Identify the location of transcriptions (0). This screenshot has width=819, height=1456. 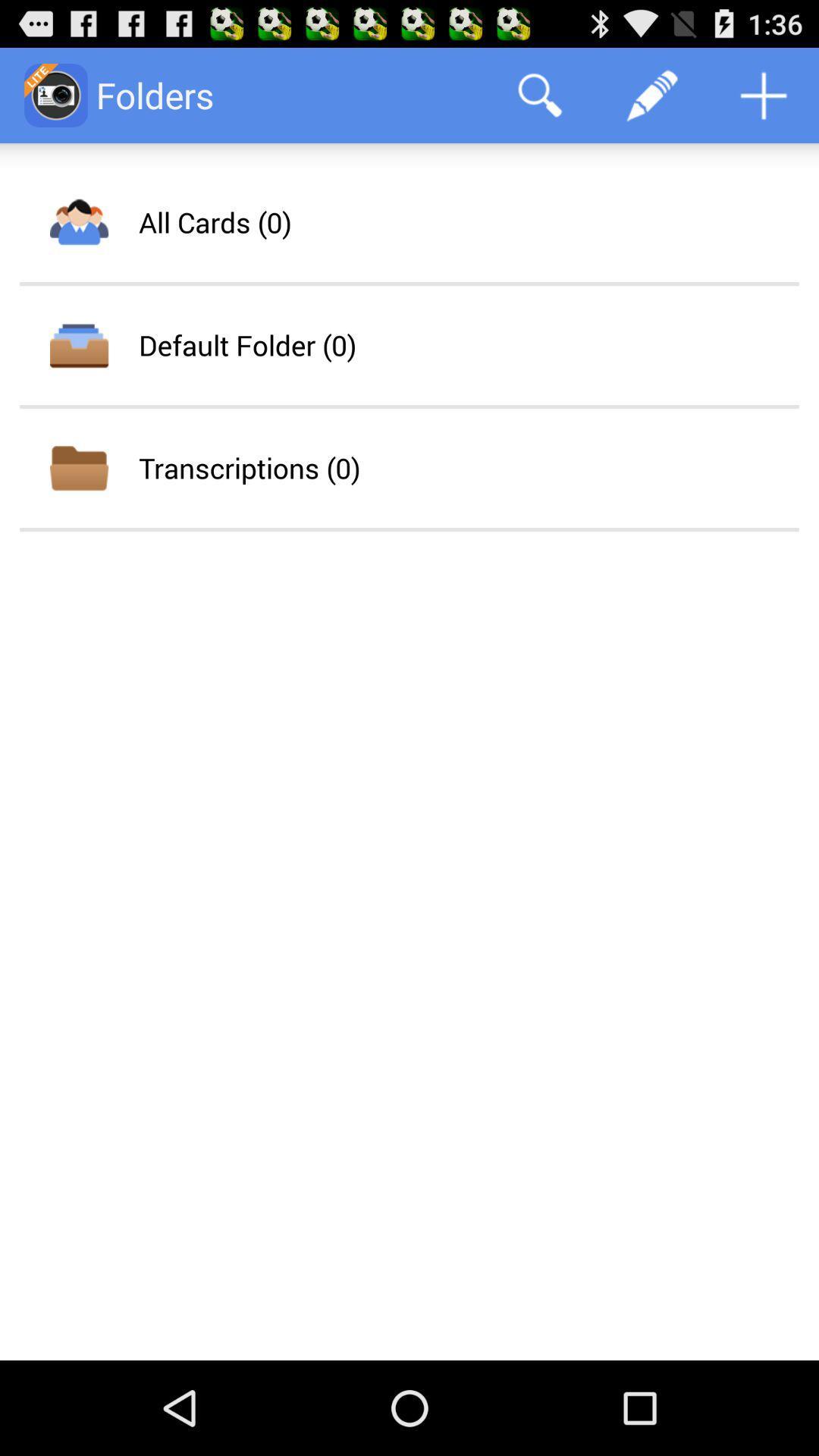
(249, 467).